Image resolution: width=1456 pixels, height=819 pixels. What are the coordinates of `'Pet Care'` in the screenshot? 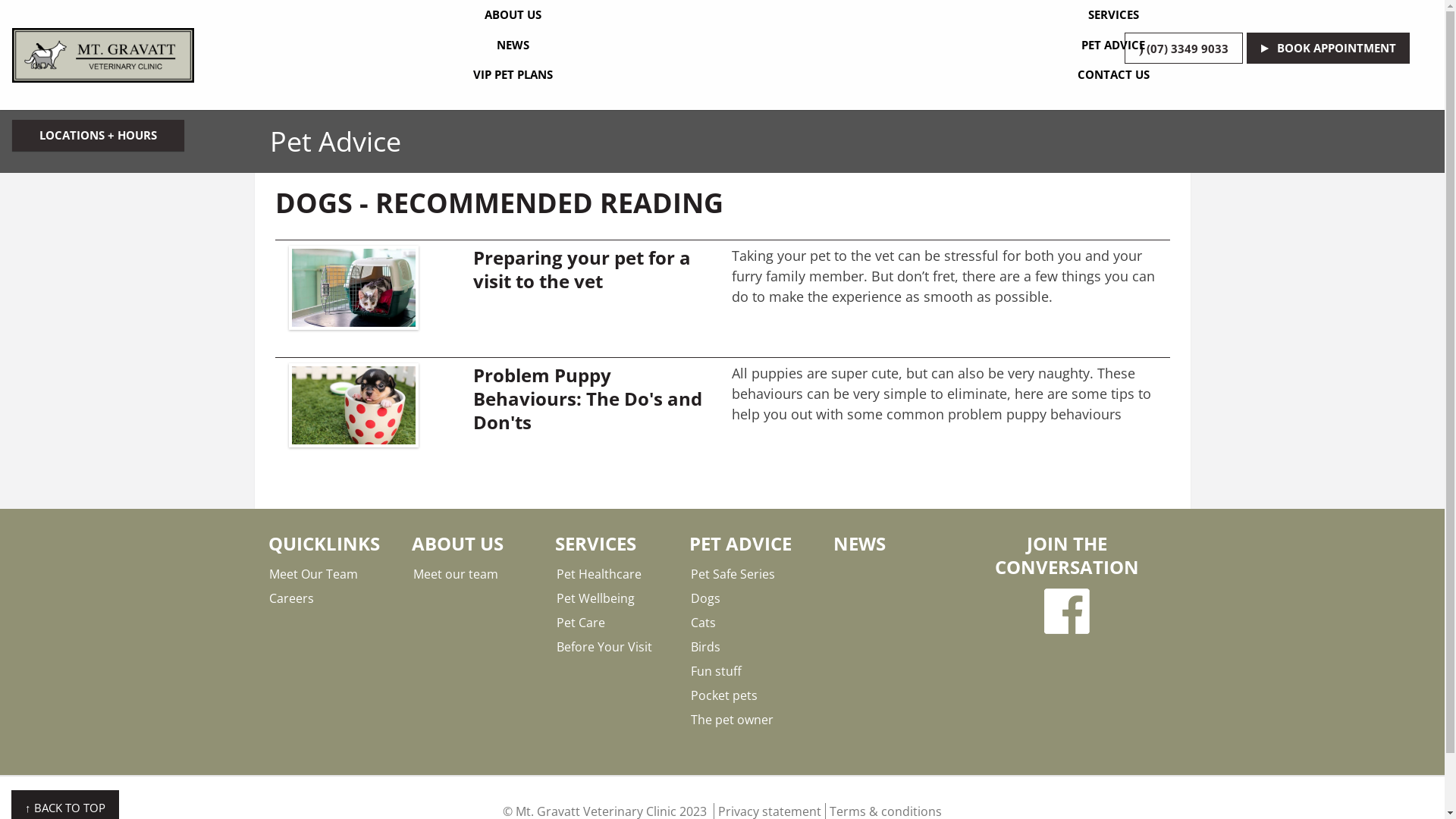 It's located at (556, 623).